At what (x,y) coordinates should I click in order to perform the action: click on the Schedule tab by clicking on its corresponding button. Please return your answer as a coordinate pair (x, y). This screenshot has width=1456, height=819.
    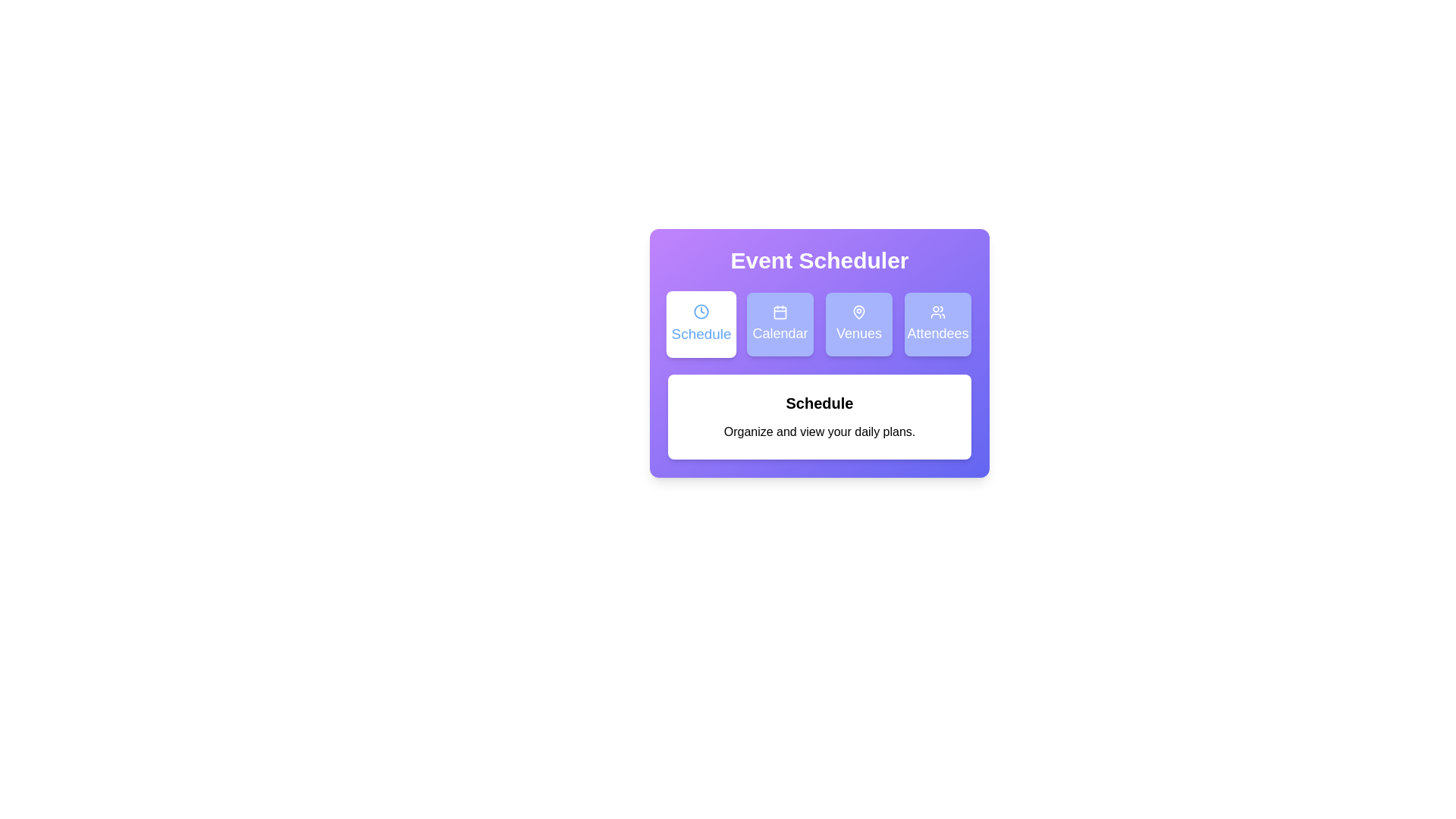
    Looking at the image, I should click on (701, 324).